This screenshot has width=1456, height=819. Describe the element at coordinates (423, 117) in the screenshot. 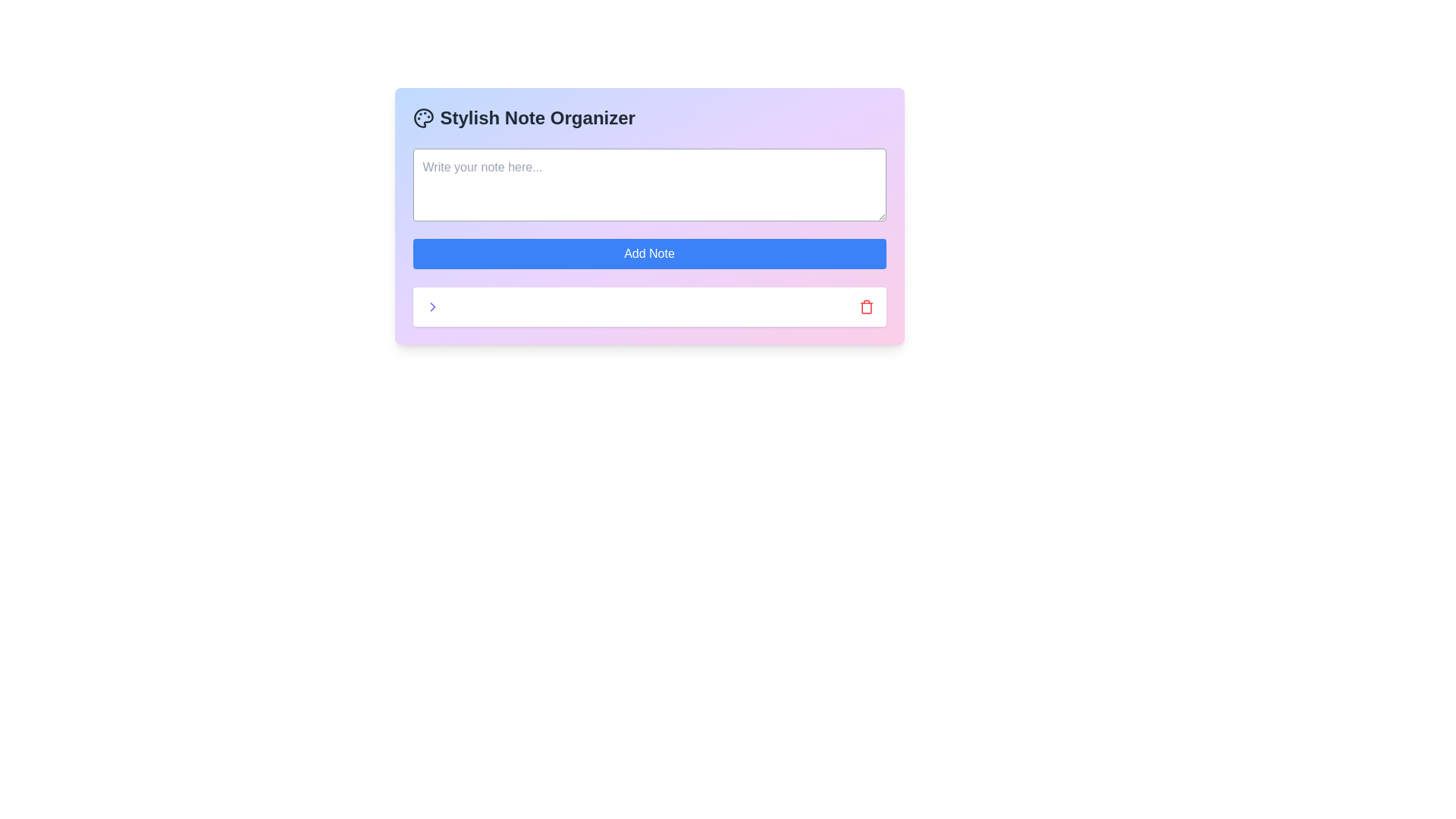

I see `the decorative icon located to the left of the 'Stylish Note Organizer' text in the header section of the note organizer interface` at that location.